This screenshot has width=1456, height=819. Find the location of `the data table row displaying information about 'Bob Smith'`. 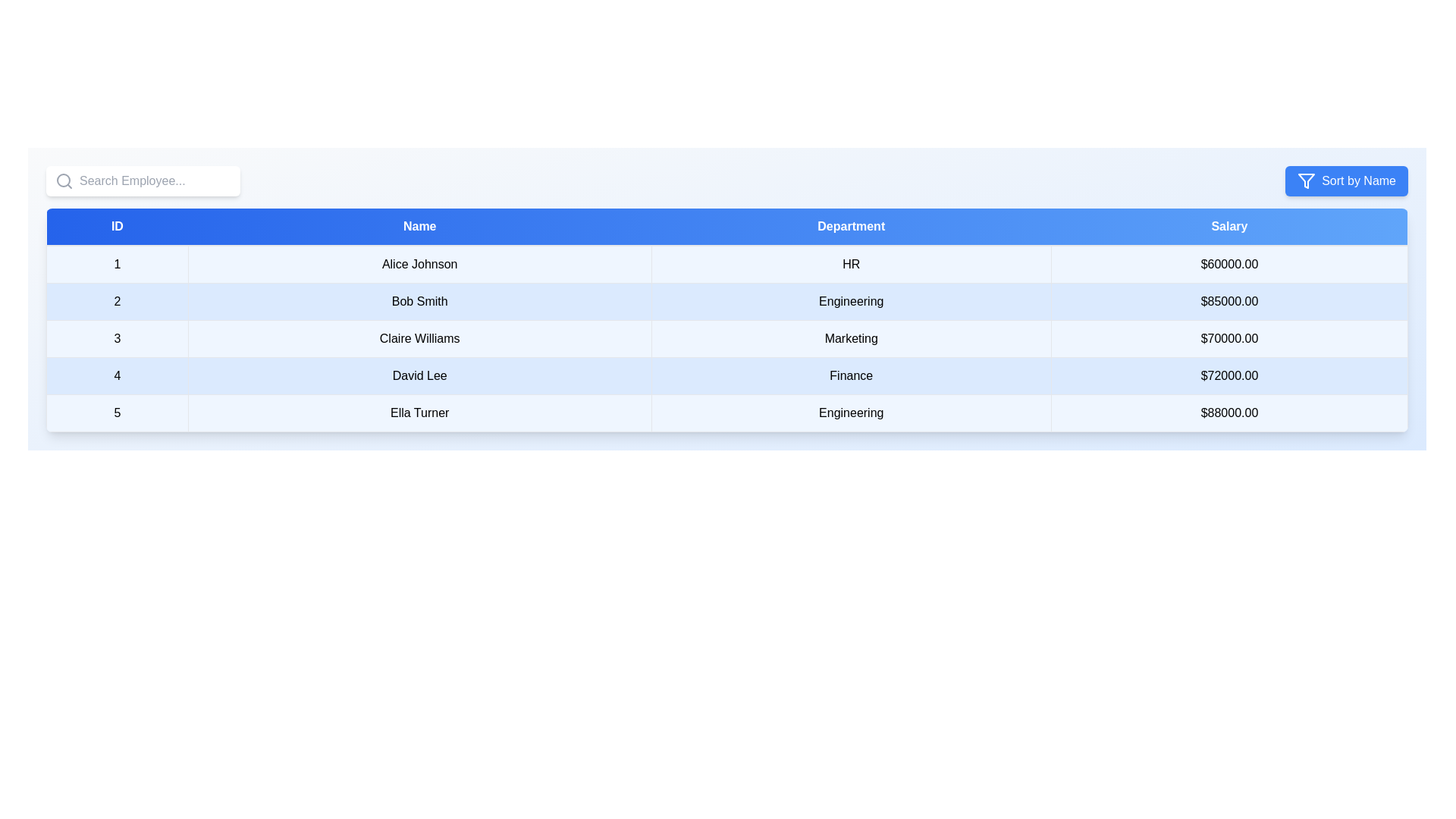

the data table row displaying information about 'Bob Smith' is located at coordinates (726, 301).